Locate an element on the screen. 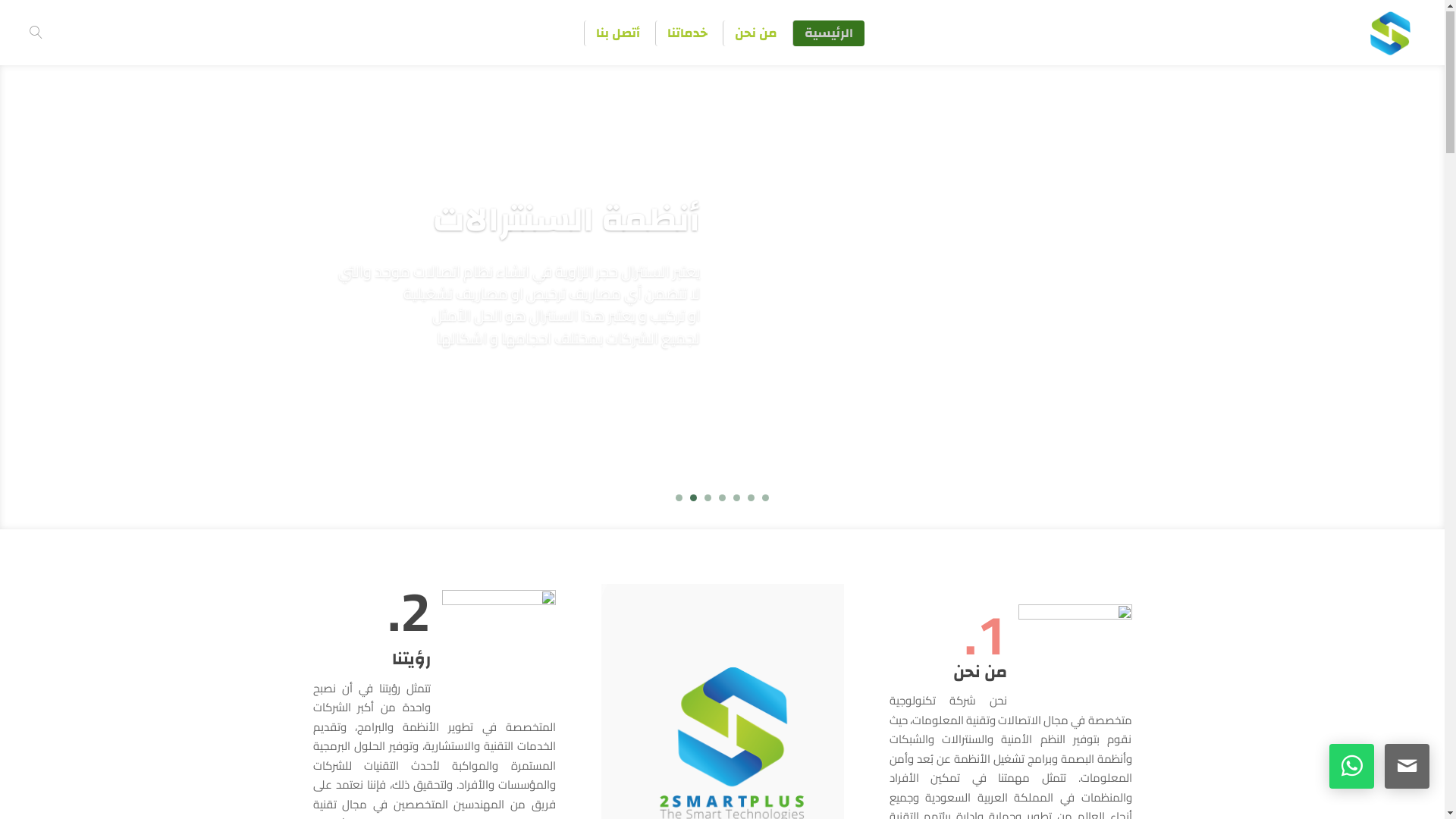 The image size is (1456, 819). '2' is located at coordinates (751, 498).